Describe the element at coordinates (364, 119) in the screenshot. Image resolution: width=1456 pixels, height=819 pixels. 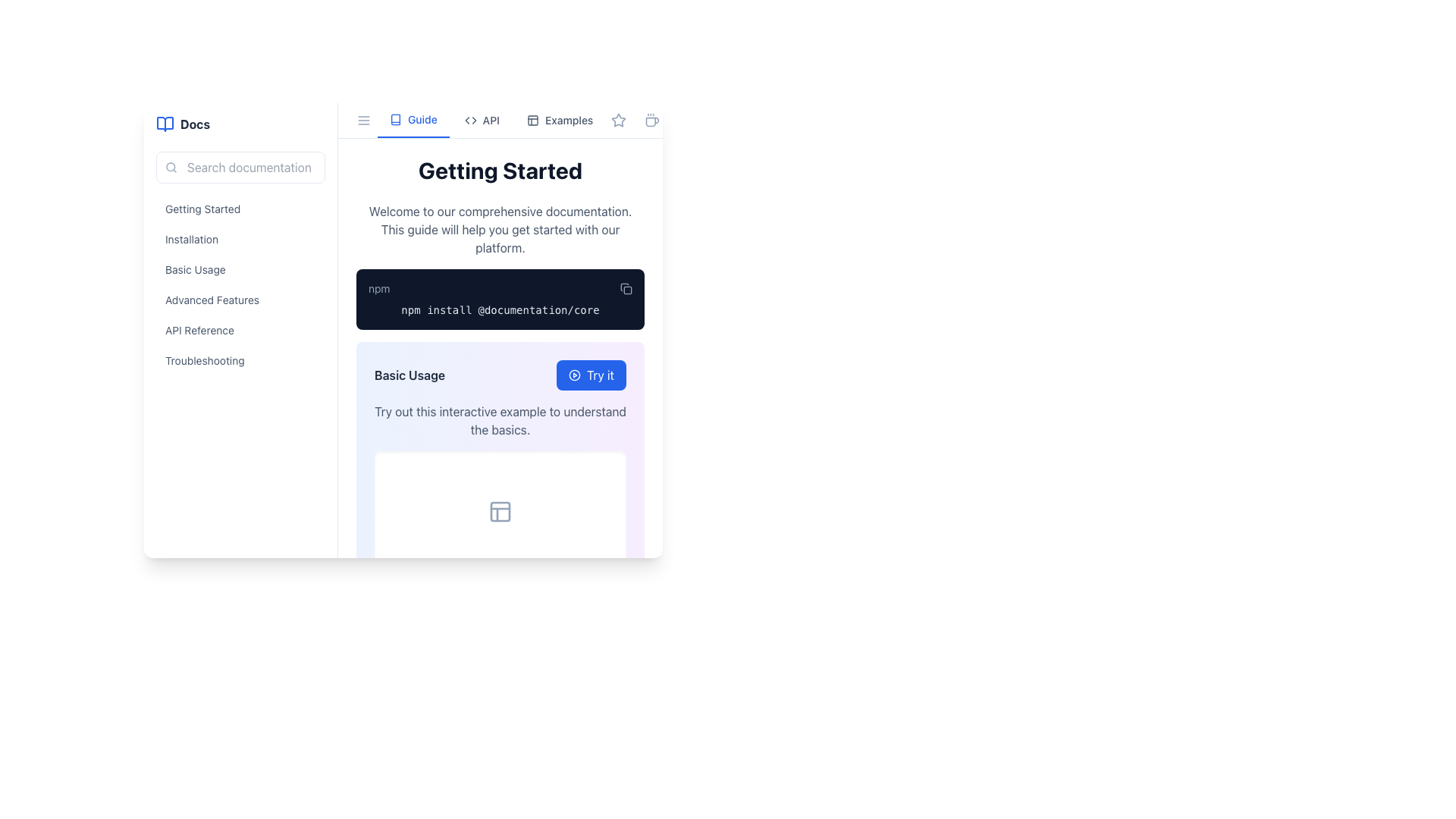
I see `the menu icon, which is represented by three horizontally aligned lines, located centrally in the top navigation bar` at that location.